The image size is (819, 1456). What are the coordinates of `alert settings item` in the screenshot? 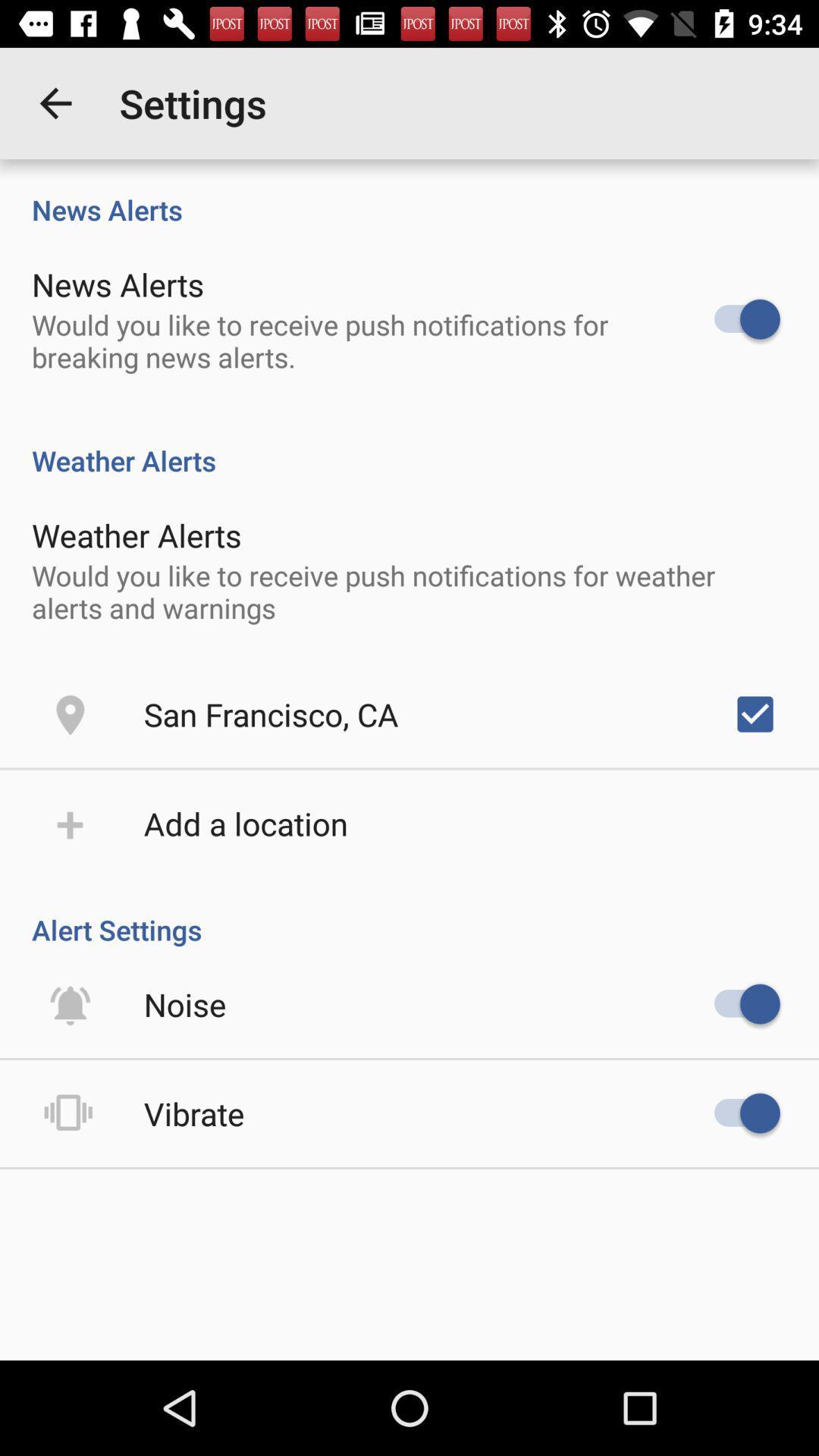 It's located at (409, 913).